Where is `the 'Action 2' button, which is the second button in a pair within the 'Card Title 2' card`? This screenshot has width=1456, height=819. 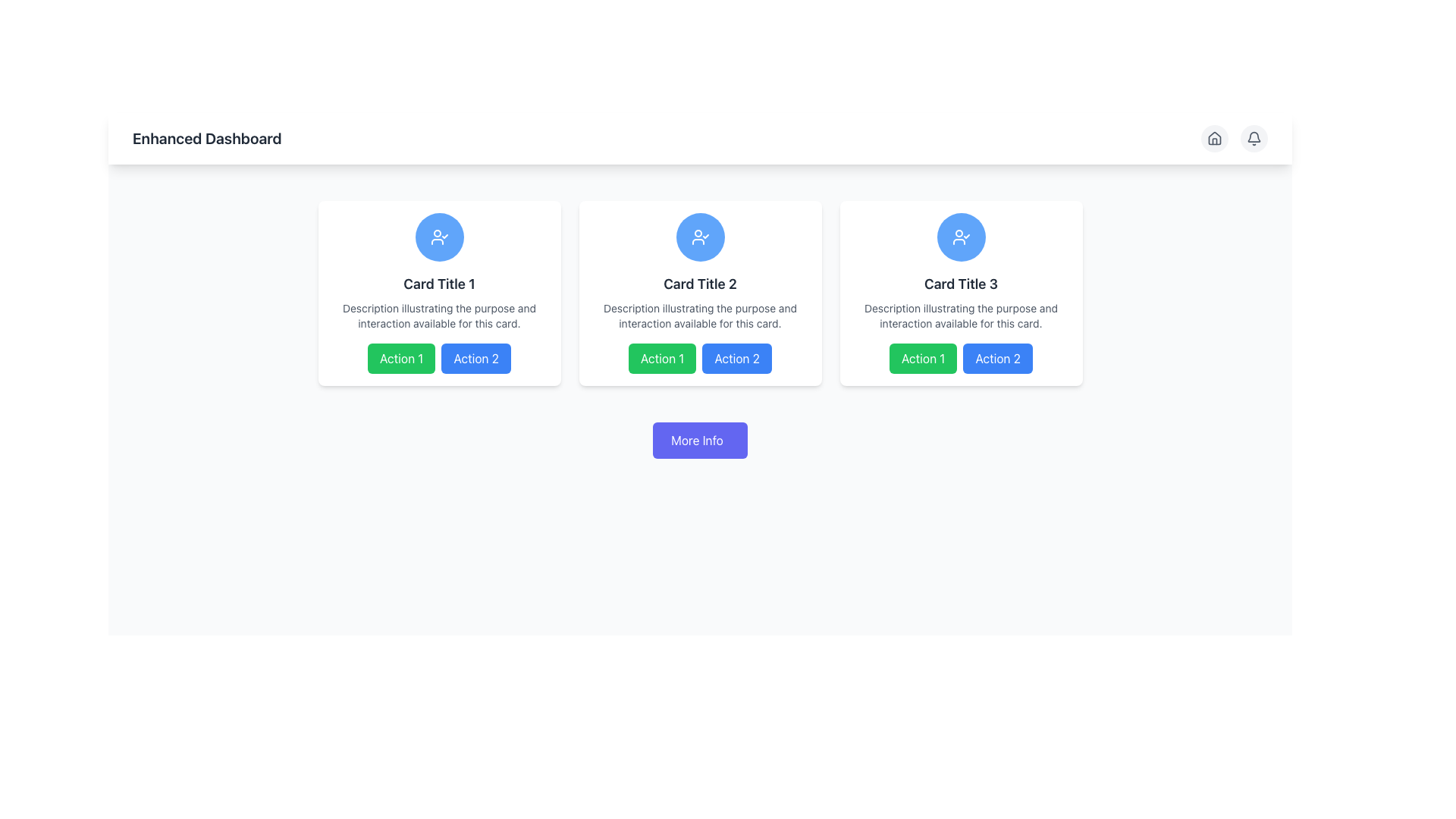
the 'Action 2' button, which is the second button in a pair within the 'Card Title 2' card is located at coordinates (736, 359).